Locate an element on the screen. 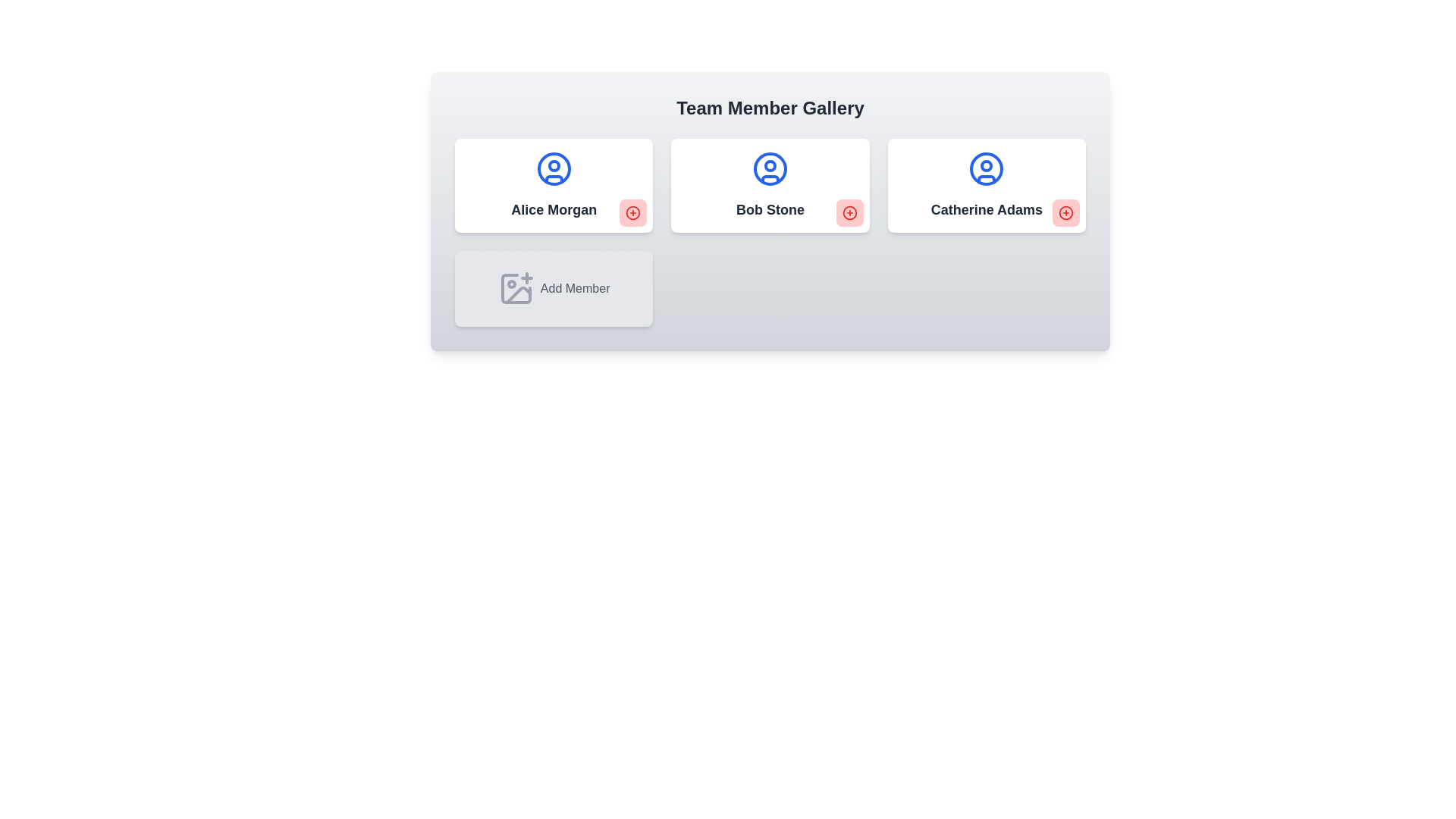  the presentation card representing team member 'Alice Morgan', located at the top-left corner of the grid layout is located at coordinates (553, 185).